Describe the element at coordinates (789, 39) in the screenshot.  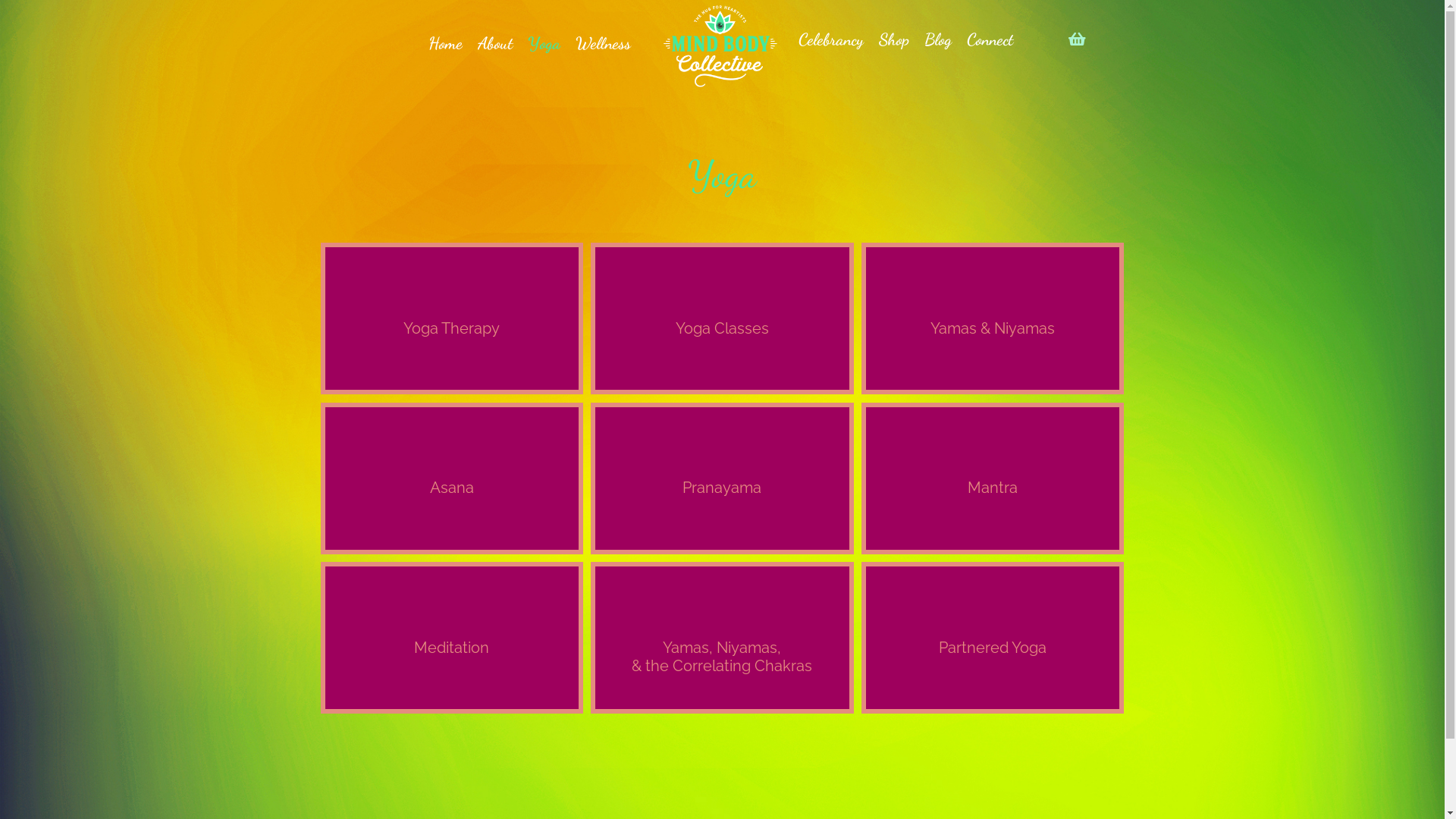
I see `'Celebrancy'` at that location.